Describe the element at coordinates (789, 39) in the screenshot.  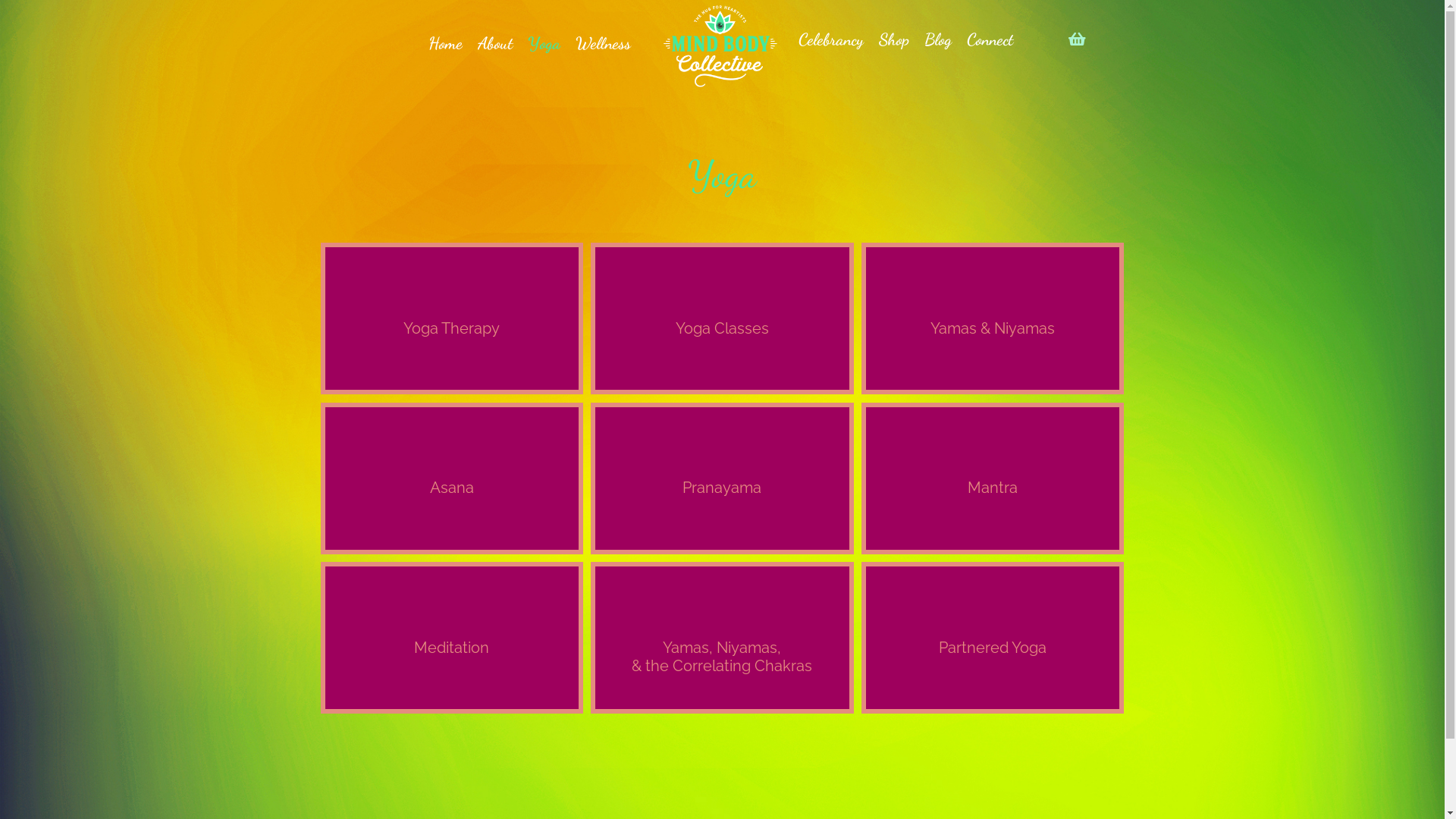
I see `'Celebrancy'` at that location.